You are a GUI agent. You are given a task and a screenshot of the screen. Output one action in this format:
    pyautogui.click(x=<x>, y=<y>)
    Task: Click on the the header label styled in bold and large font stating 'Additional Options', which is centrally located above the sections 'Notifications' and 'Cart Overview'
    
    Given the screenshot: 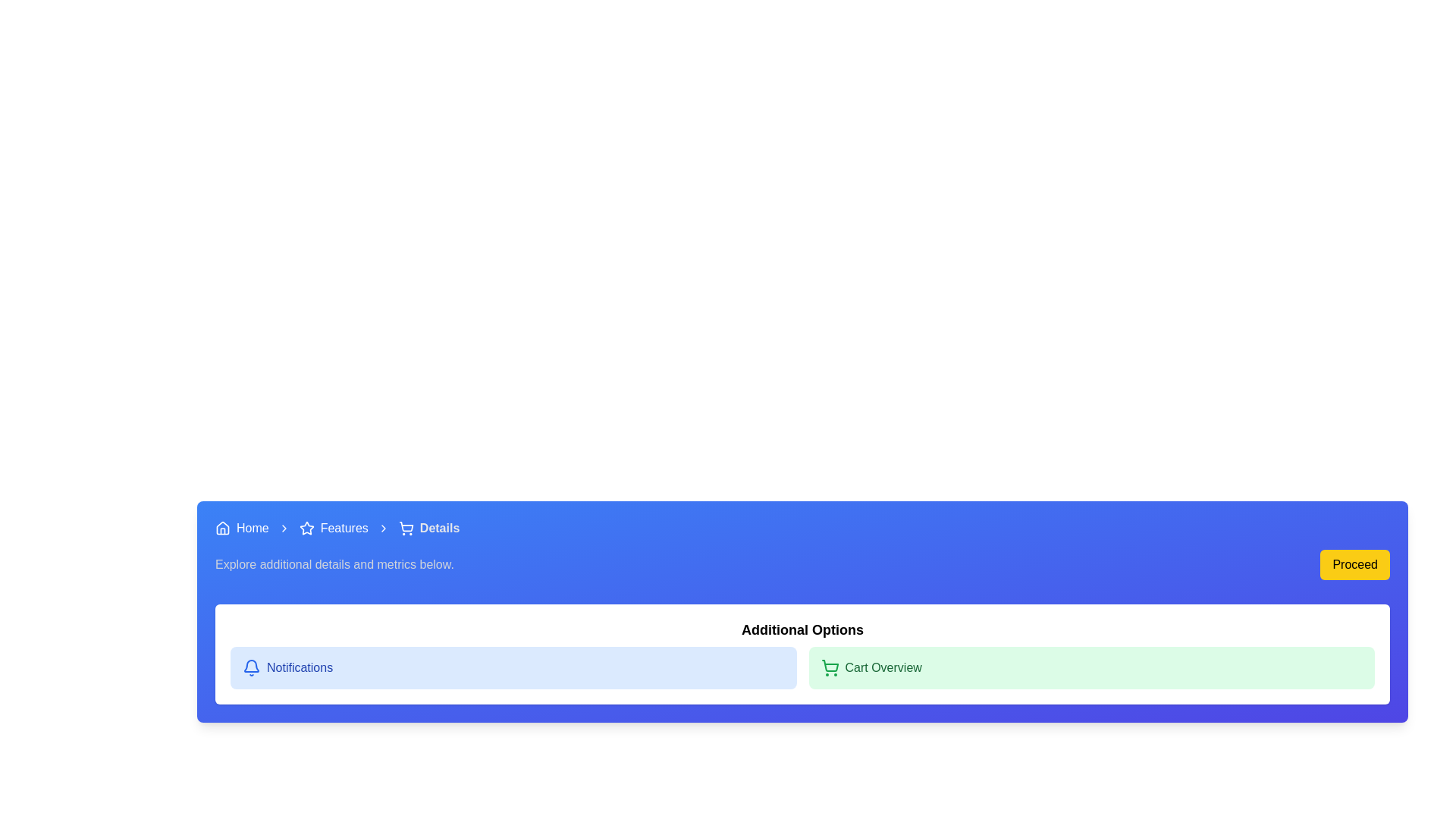 What is the action you would take?
    pyautogui.click(x=802, y=629)
    